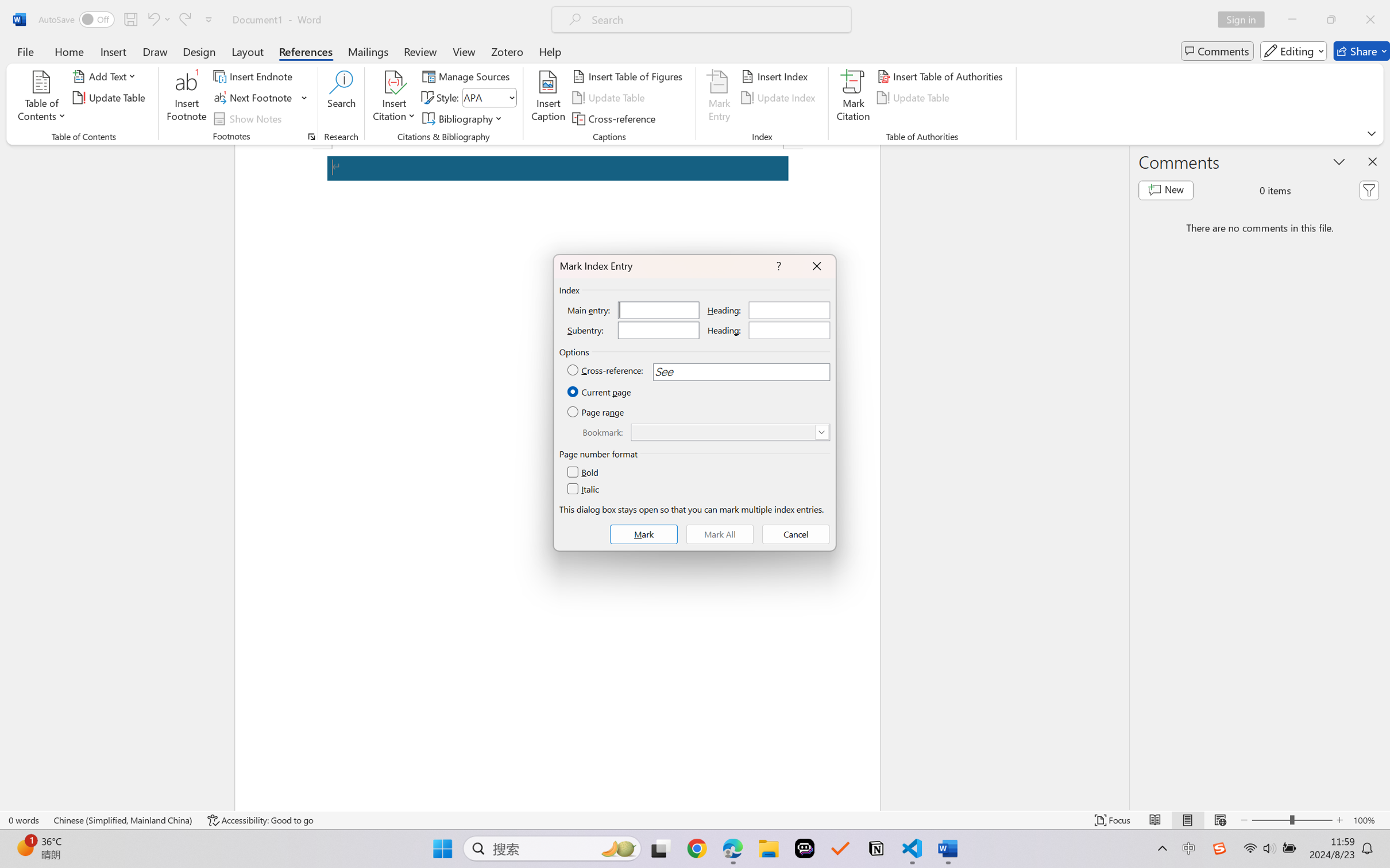 This screenshot has width=1390, height=868. I want to click on 'Undo Apply Quick Style Set', so click(157, 19).